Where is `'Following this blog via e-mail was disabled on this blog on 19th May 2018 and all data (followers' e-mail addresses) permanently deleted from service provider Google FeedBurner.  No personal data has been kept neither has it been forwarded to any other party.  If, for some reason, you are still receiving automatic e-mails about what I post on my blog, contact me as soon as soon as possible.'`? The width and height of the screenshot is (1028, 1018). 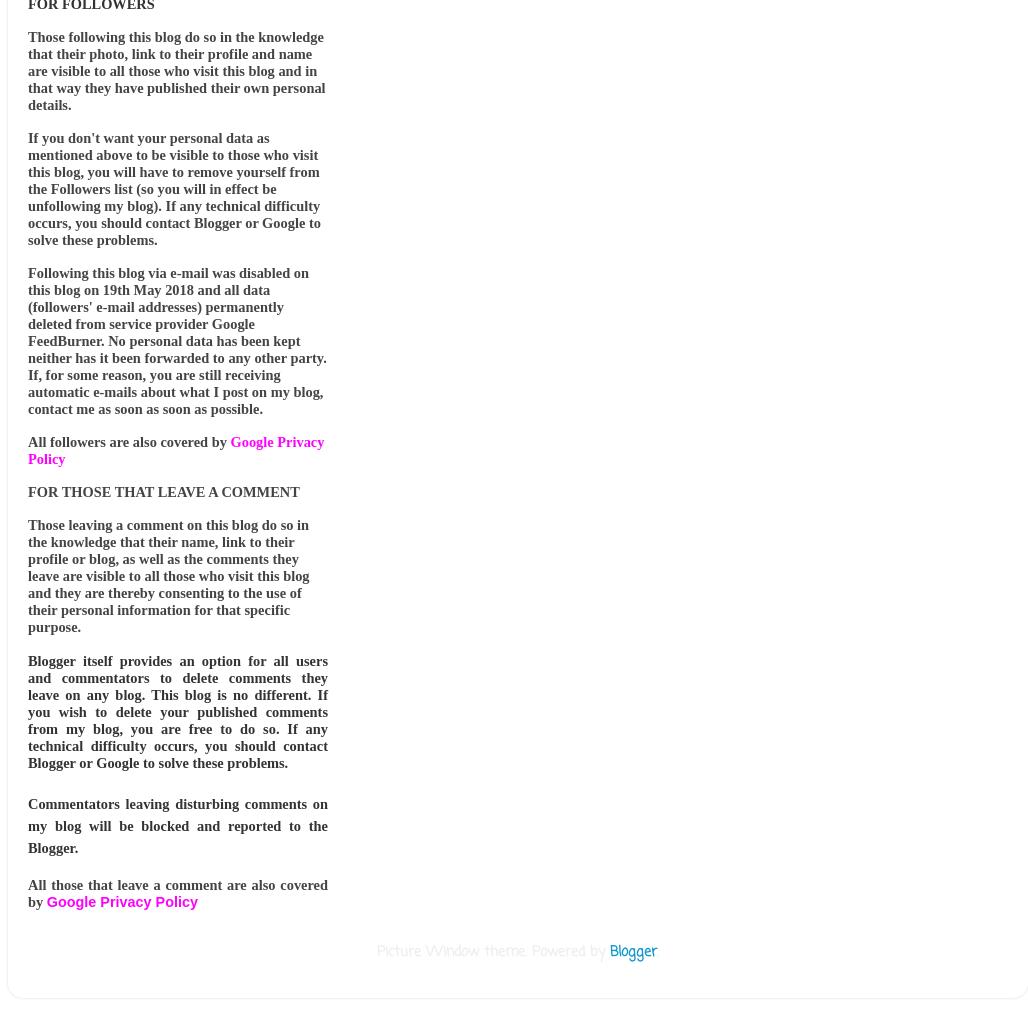 'Following this blog via e-mail was disabled on this blog on 19th May 2018 and all data (followers' e-mail addresses) permanently deleted from service provider Google FeedBurner.  No personal data has been kept neither has it been forwarded to any other party.  If, for some reason, you are still receiving automatic e-mails about what I post on my blog, contact me as soon as soon as possible.' is located at coordinates (177, 340).